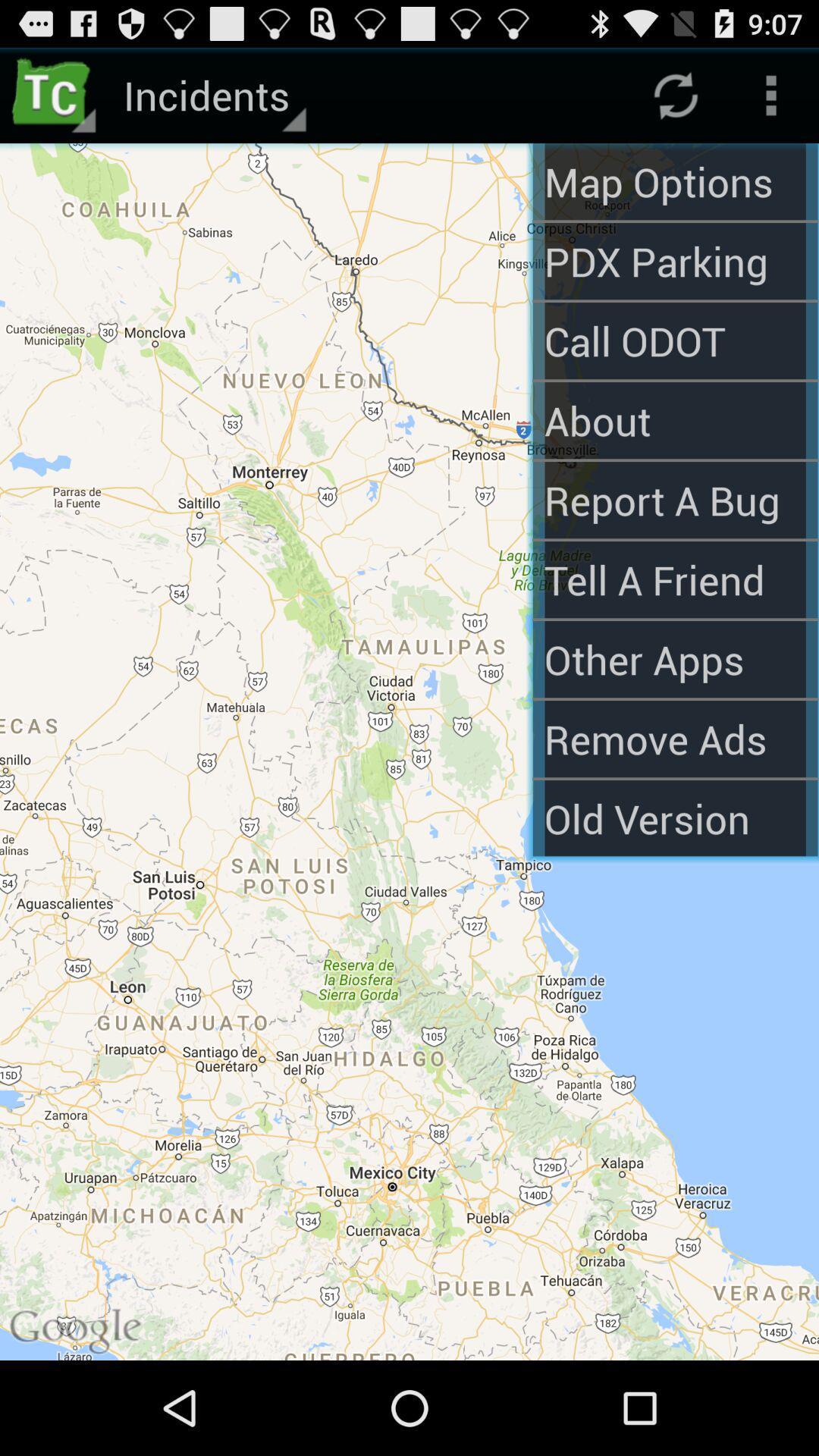 The image size is (819, 1456). Describe the element at coordinates (674, 181) in the screenshot. I see `item next to incidents icon` at that location.